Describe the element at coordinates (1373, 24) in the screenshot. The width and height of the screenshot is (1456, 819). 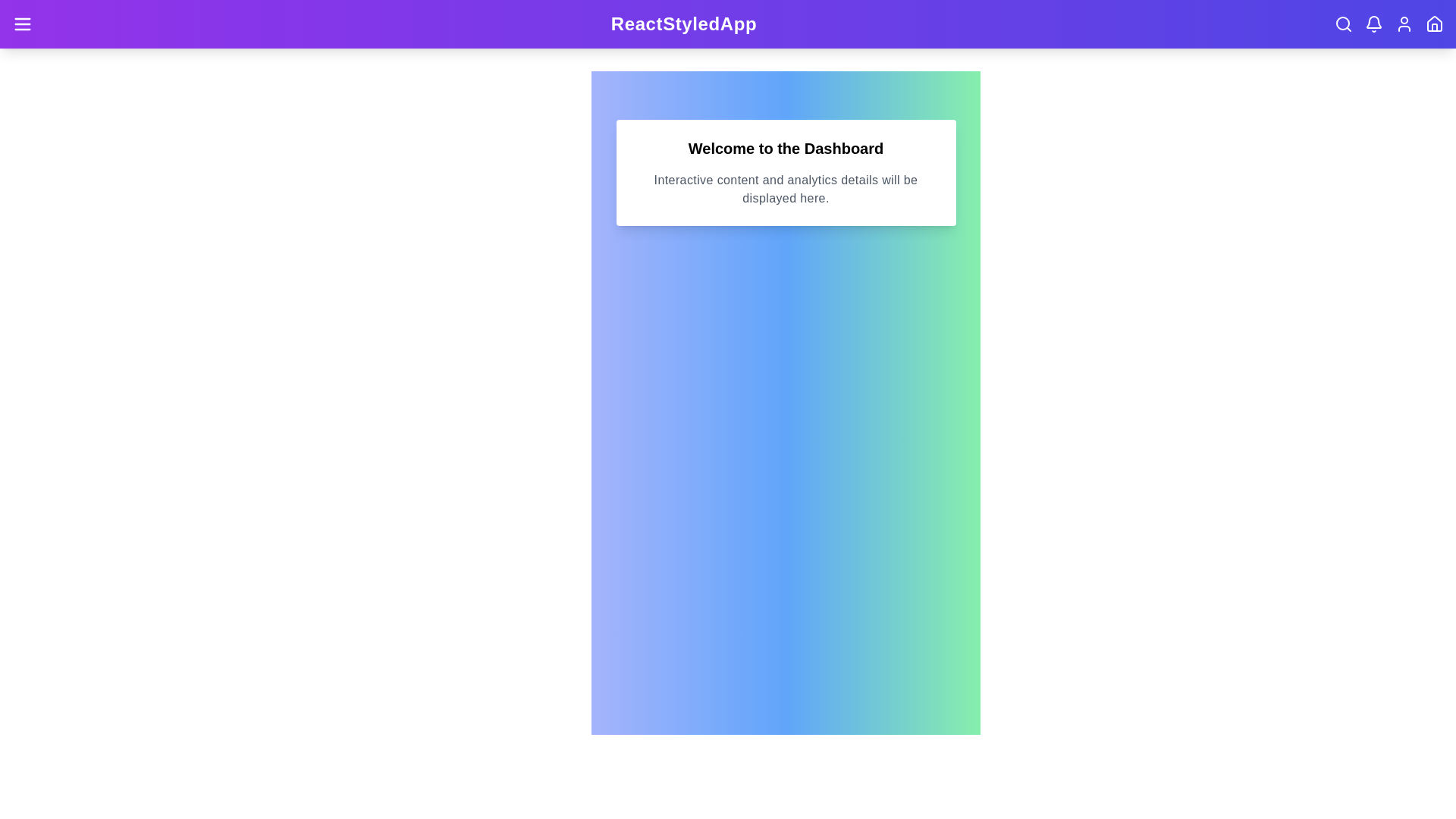
I see `the Bell navigation icon to navigate` at that location.